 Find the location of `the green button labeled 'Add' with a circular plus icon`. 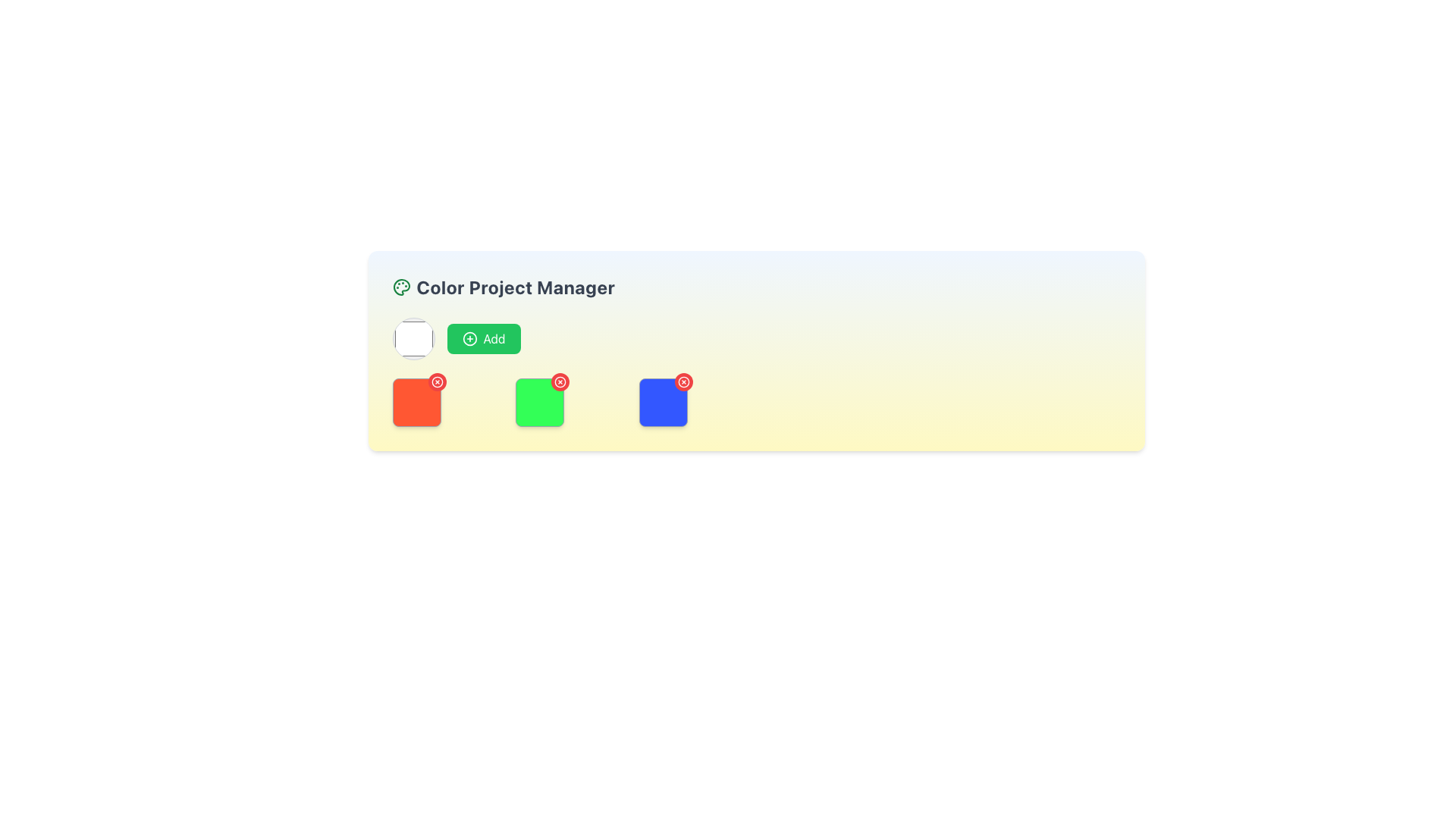

the green button labeled 'Add' with a circular plus icon is located at coordinates (483, 338).